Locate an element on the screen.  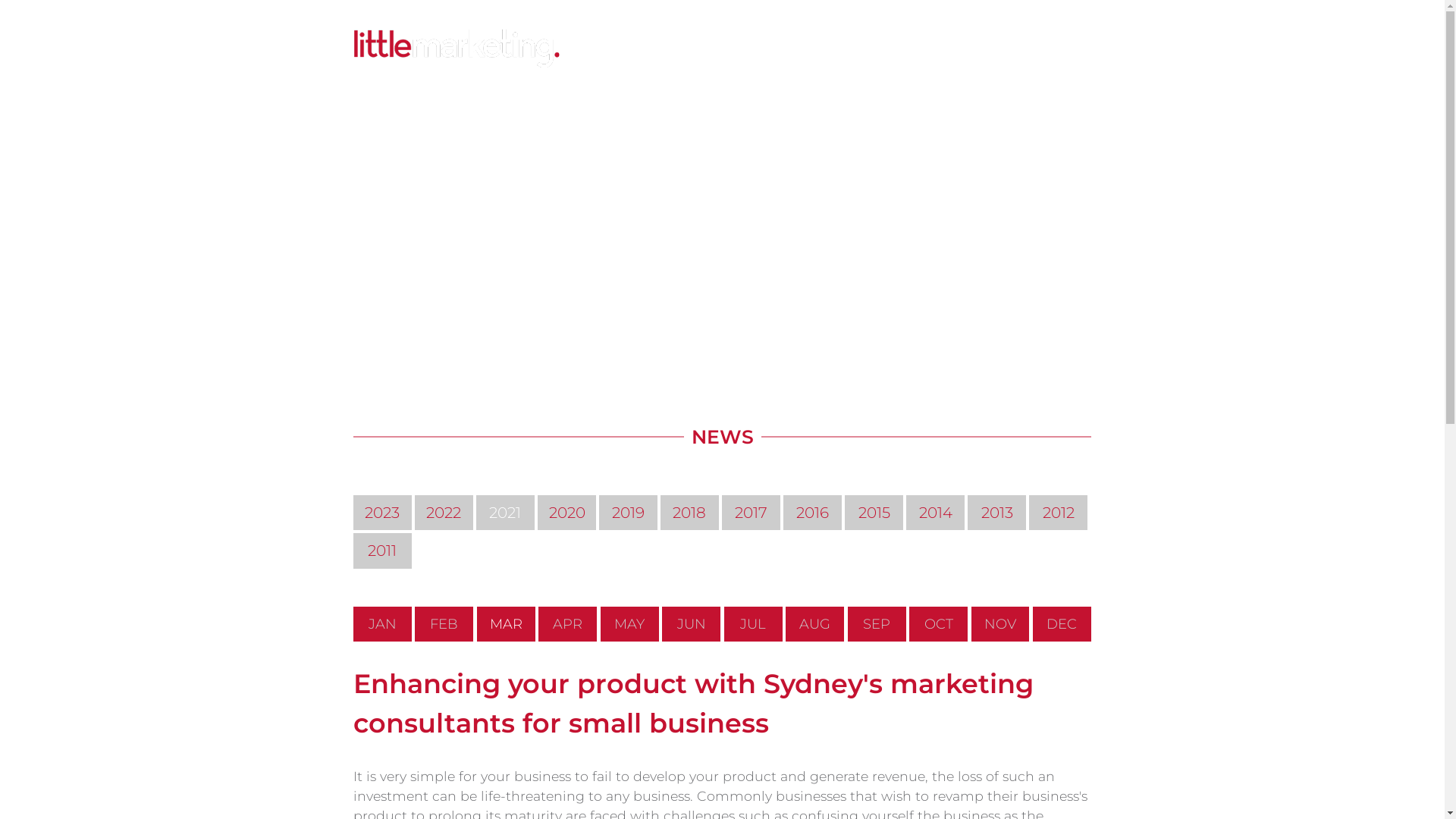
'2012' is located at coordinates (1029, 512).